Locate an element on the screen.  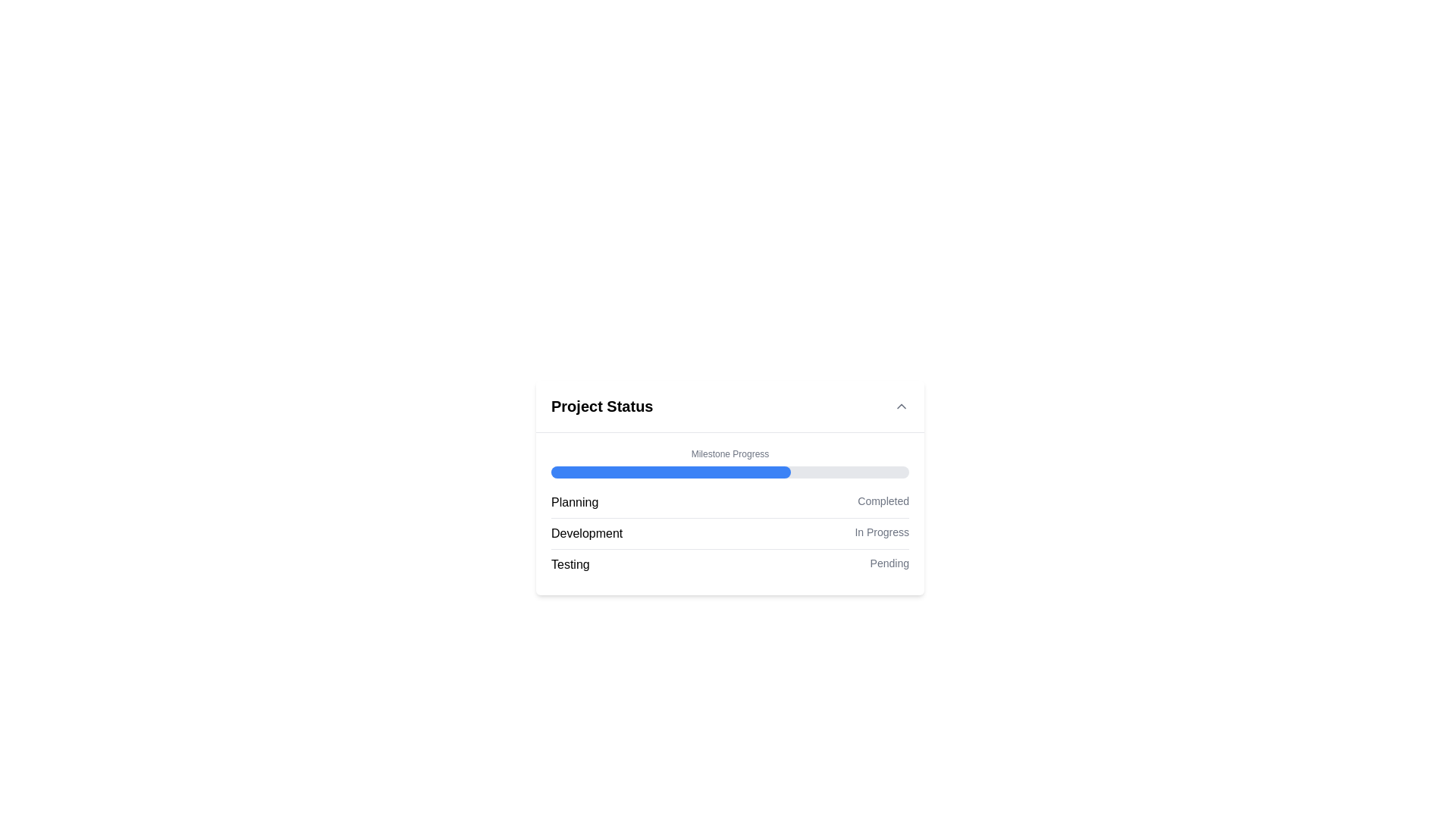
the 'Testing' status label located in the lower-left portion of the 'Testing - Pending' row under the 'Project Status' card is located at coordinates (570, 564).